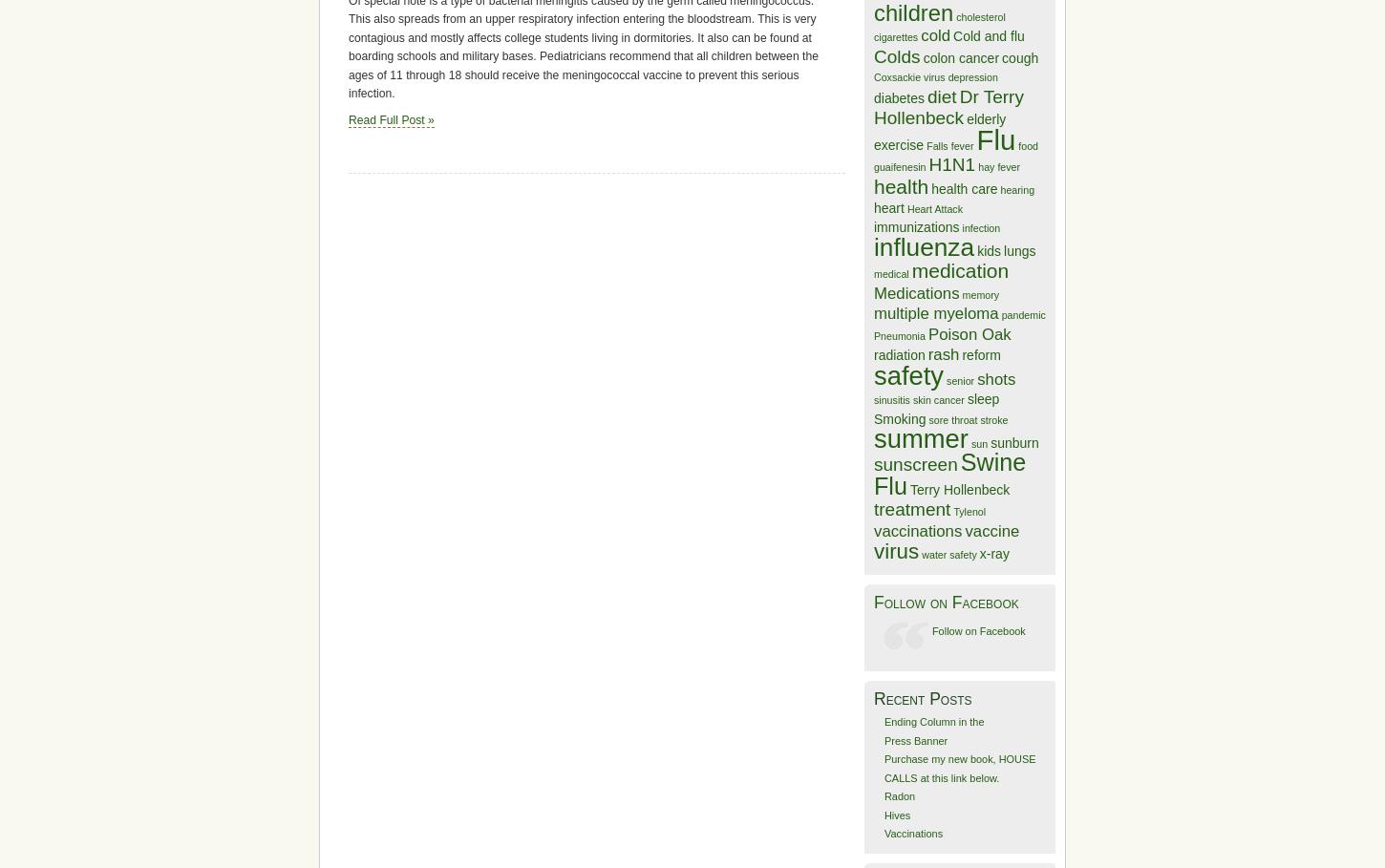 Image resolution: width=1385 pixels, height=868 pixels. What do you see at coordinates (936, 313) in the screenshot?
I see `'multiple myeloma'` at bounding box center [936, 313].